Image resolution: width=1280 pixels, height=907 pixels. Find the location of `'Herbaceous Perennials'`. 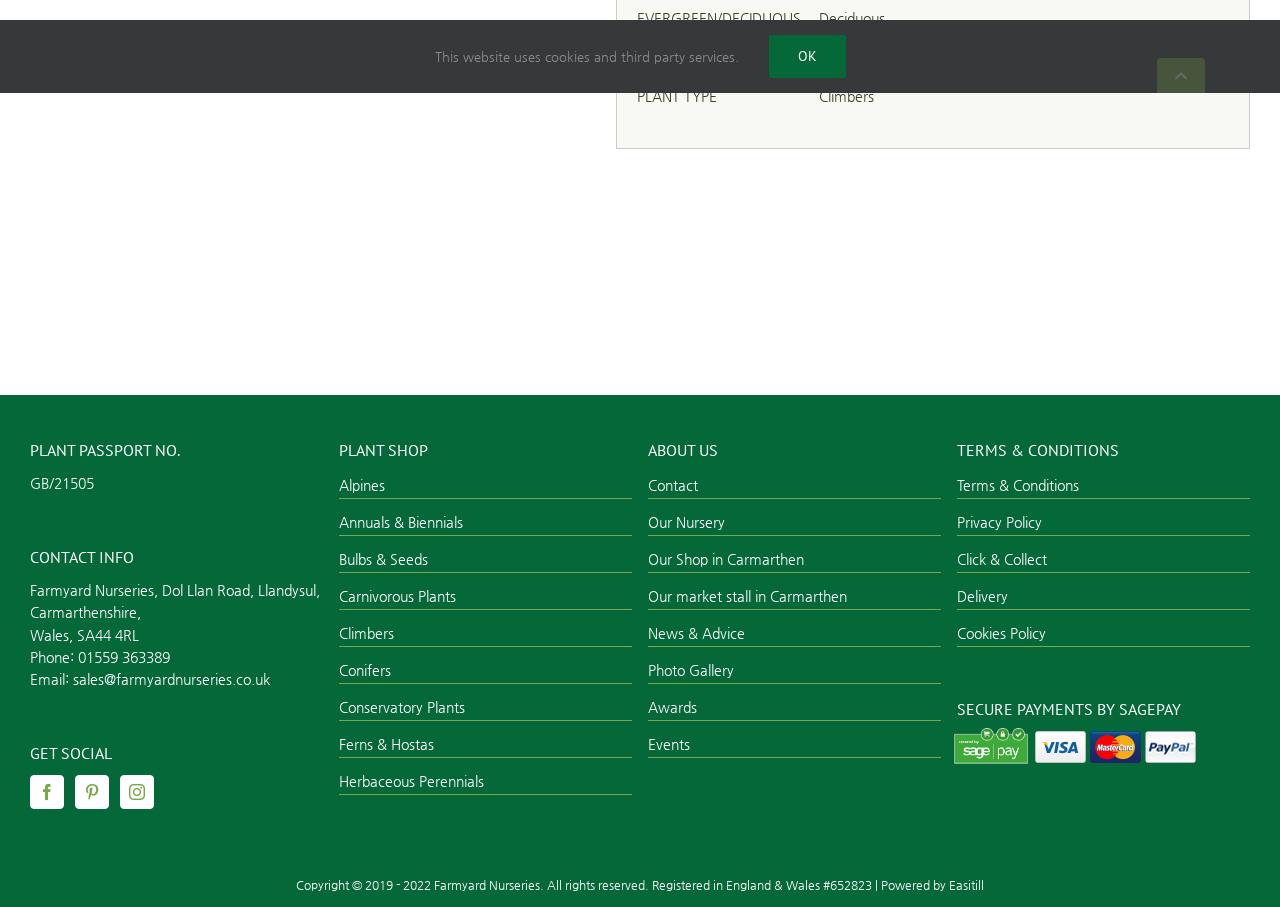

'Herbaceous Perennials' is located at coordinates (338, 780).